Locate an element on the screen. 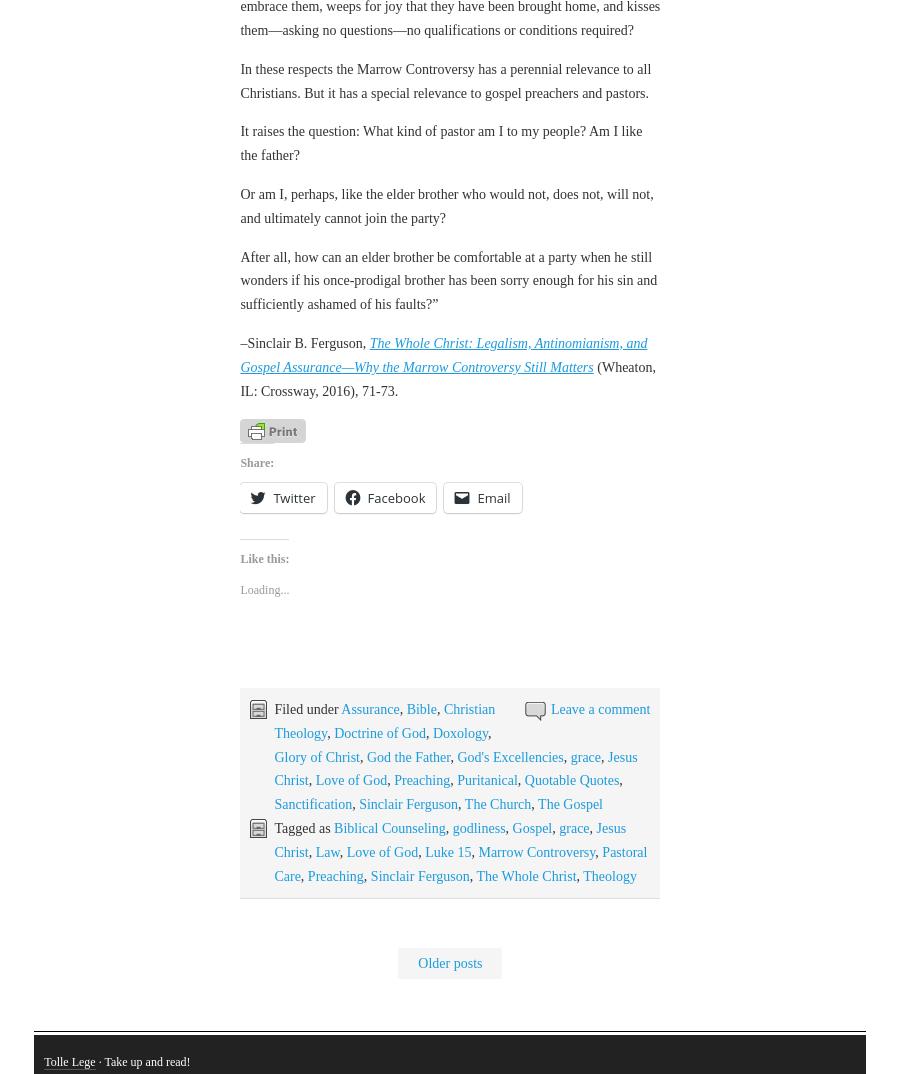 This screenshot has width=900, height=1074. 'Tolle Lege' is located at coordinates (68, 951).